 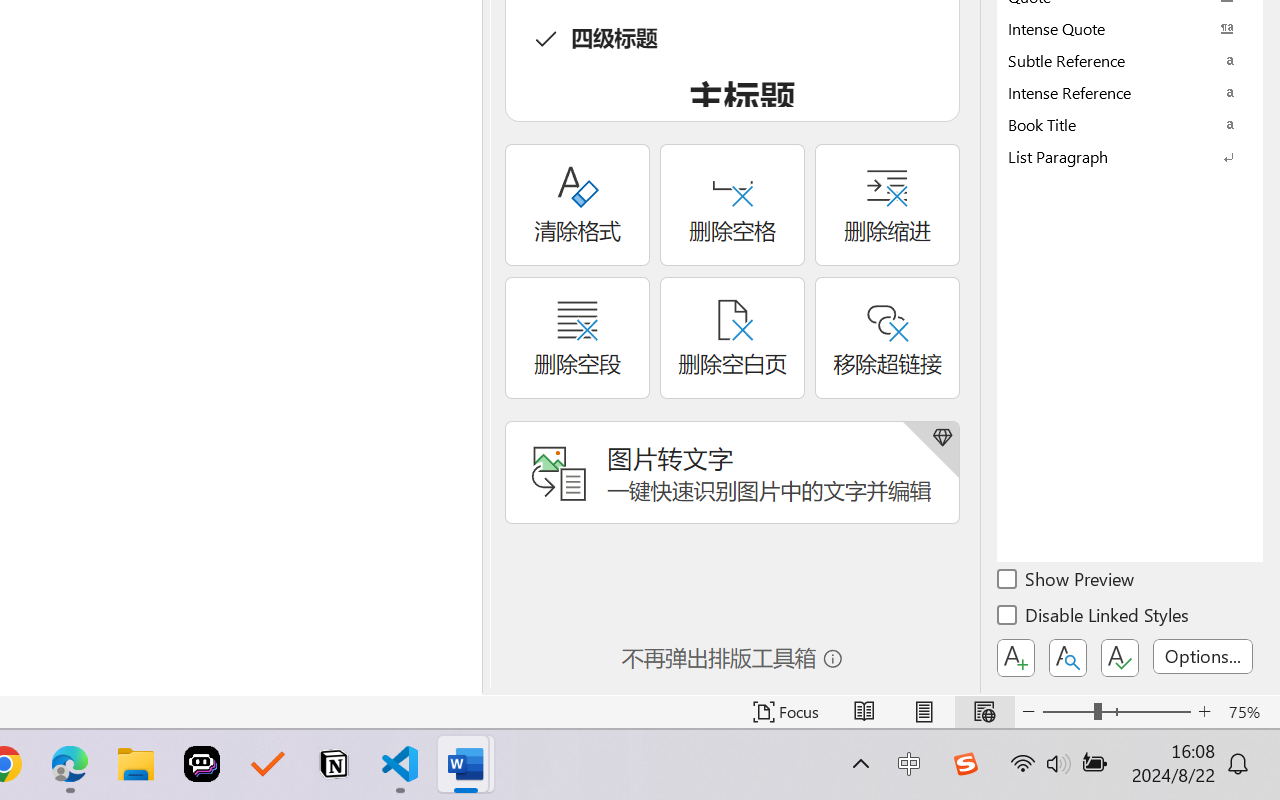 What do you see at coordinates (334, 764) in the screenshot?
I see `'Notion'` at bounding box center [334, 764].